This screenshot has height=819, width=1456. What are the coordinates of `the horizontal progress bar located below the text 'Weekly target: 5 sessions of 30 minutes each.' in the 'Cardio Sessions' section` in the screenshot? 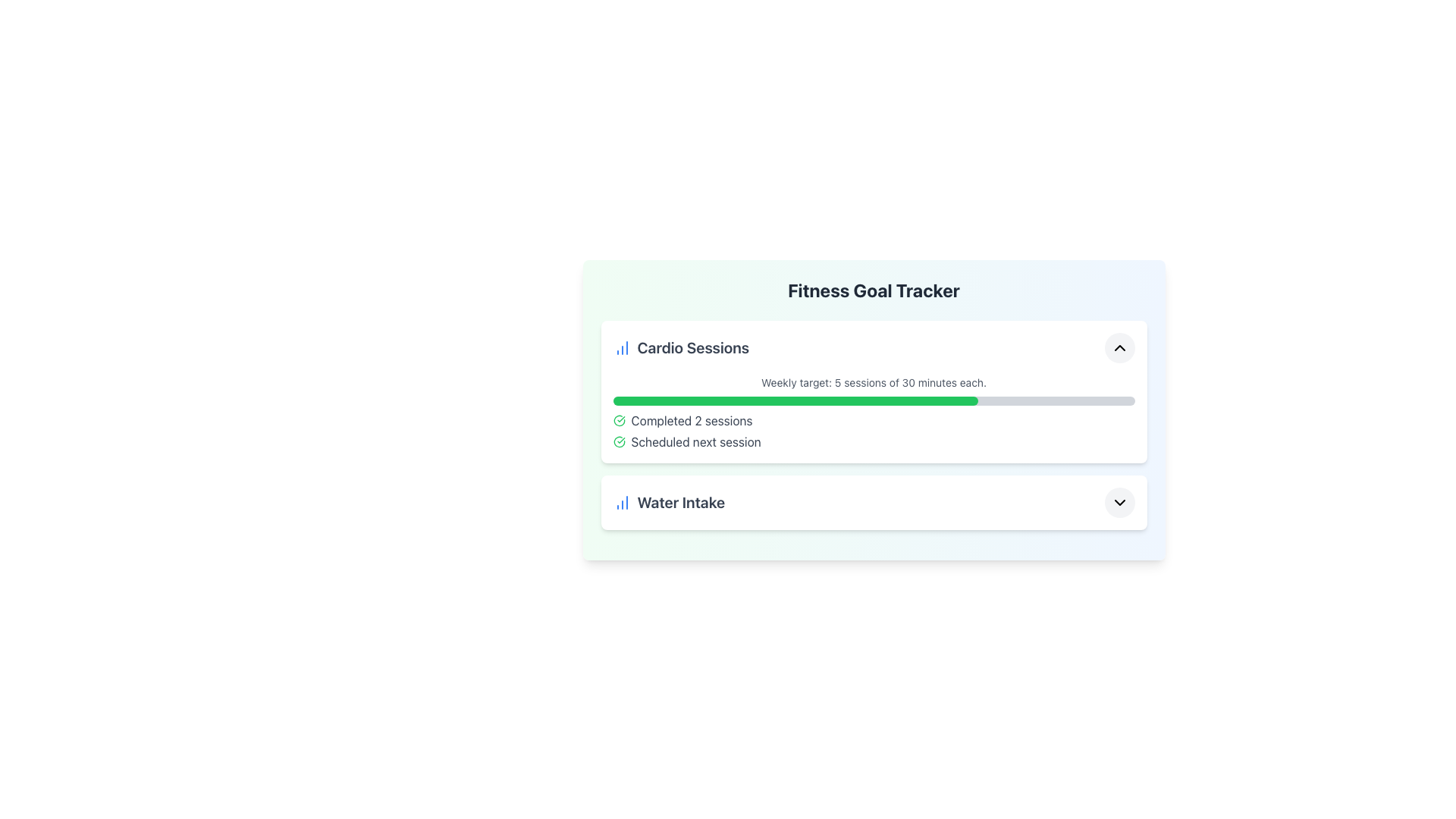 It's located at (874, 400).